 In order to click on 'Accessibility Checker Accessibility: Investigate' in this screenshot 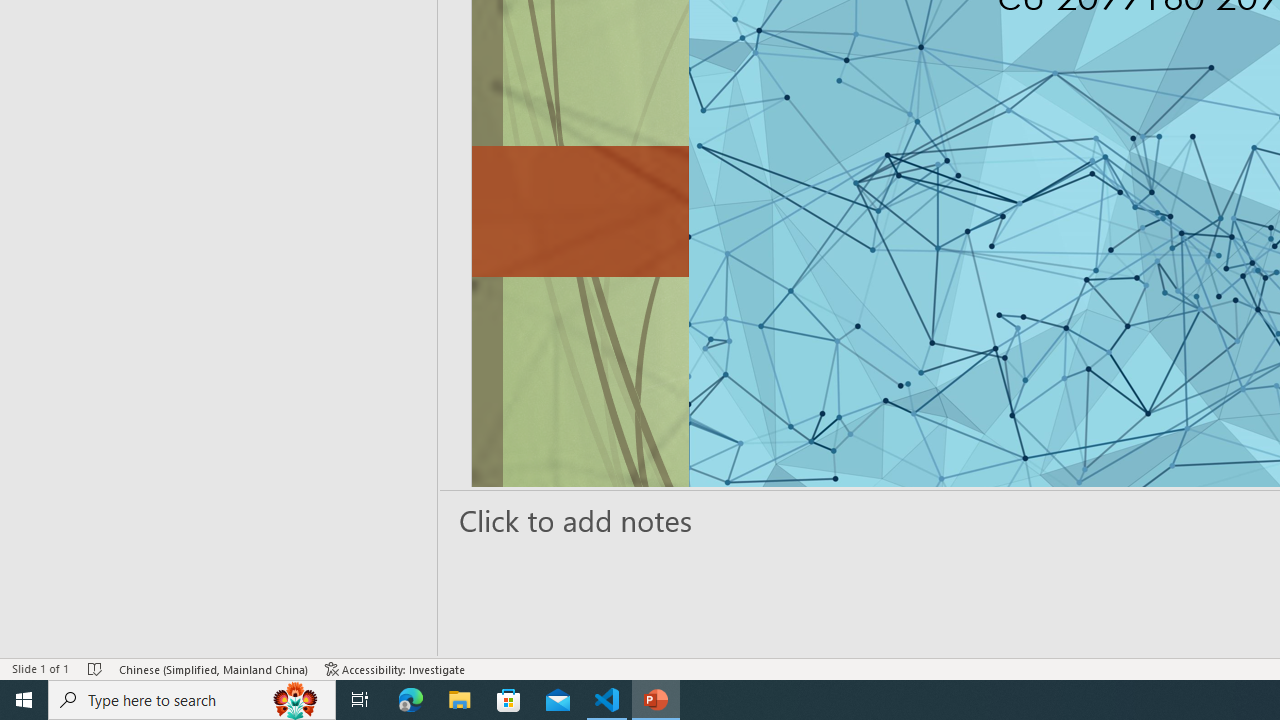, I will do `click(395, 669)`.